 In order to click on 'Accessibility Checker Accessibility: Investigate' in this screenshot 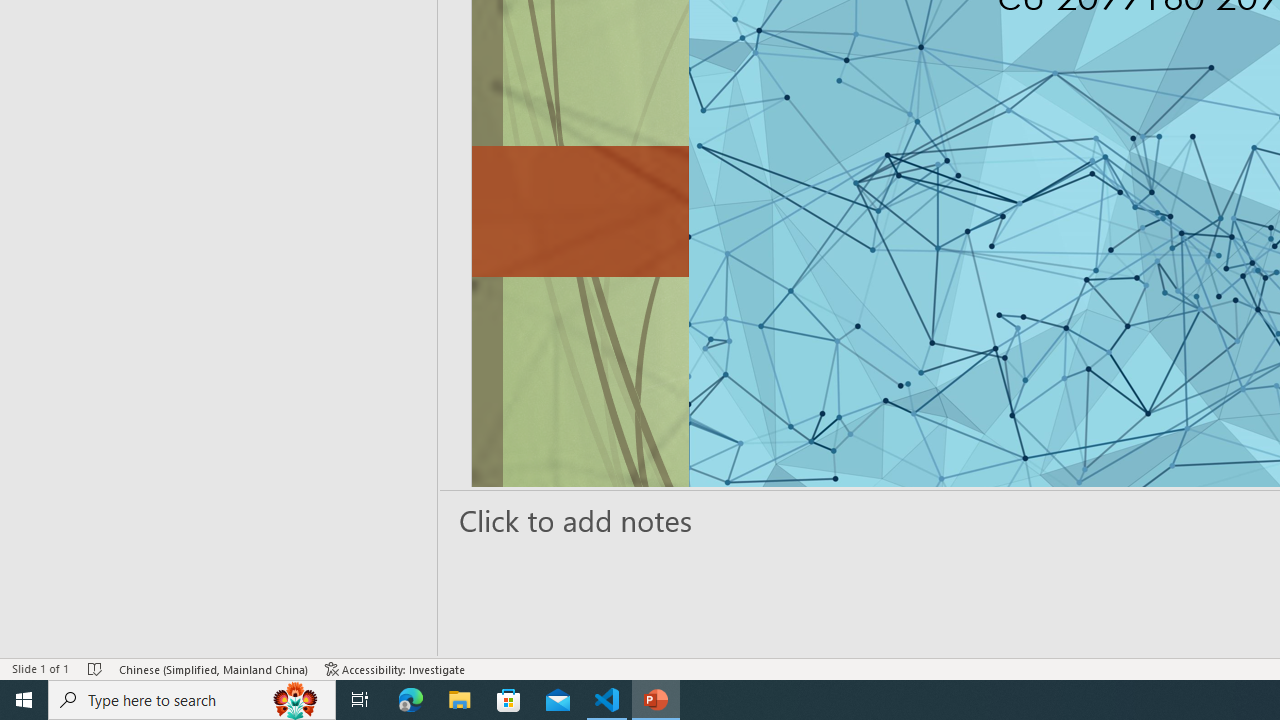, I will do `click(395, 669)`.